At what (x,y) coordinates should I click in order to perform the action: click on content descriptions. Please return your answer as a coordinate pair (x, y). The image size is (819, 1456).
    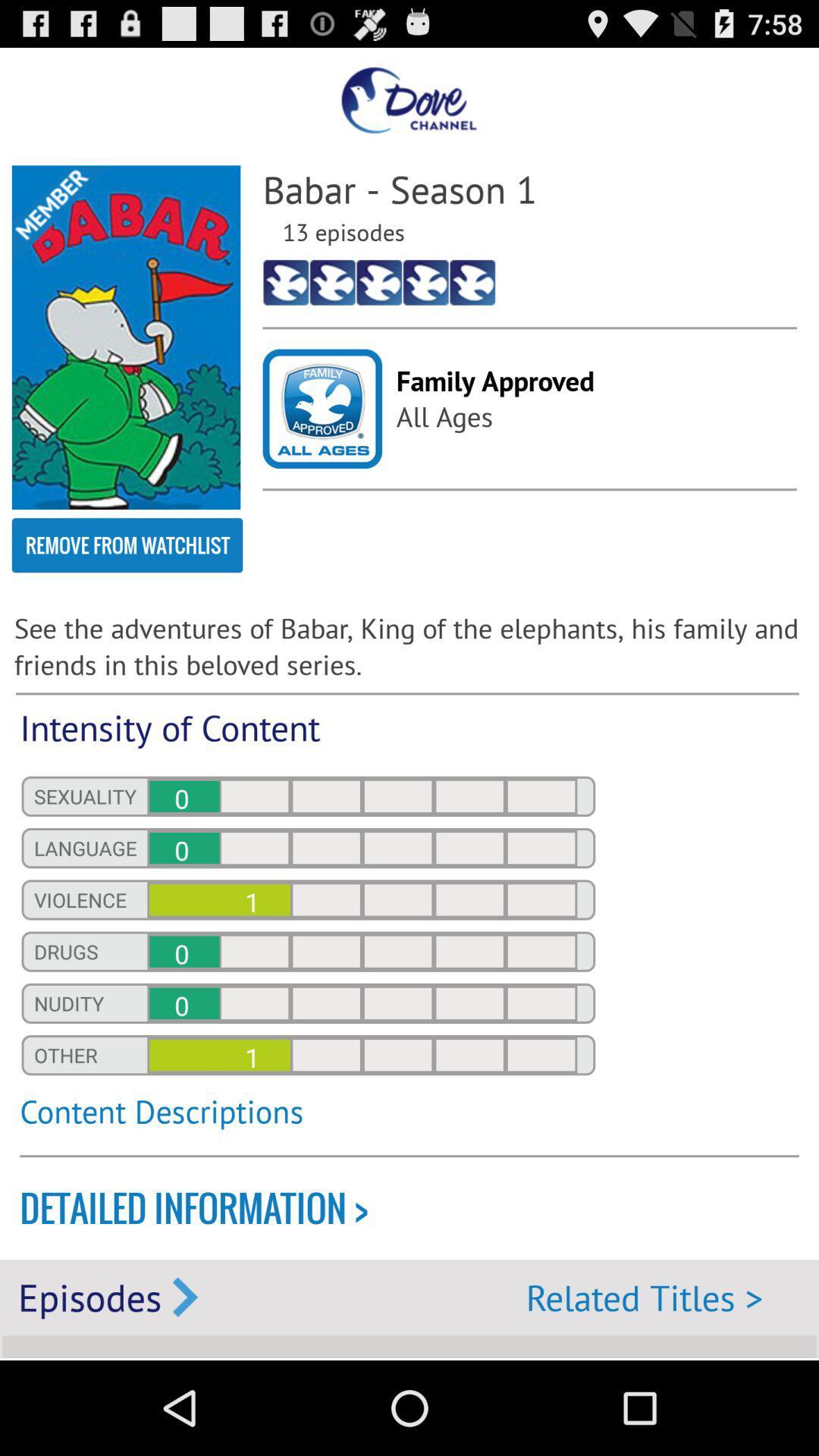
    Looking at the image, I should click on (307, 1120).